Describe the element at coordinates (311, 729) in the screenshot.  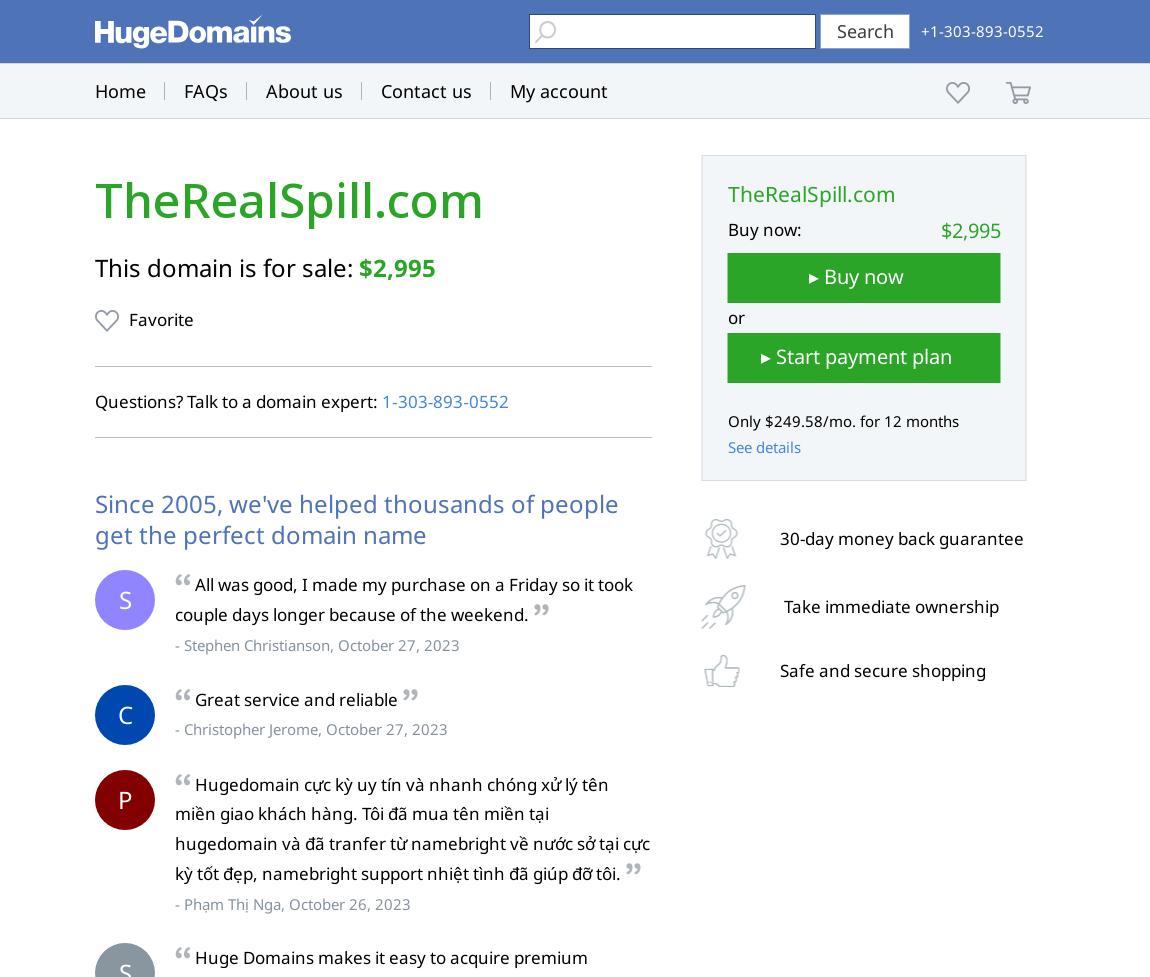
I see `'- Christopher Jerome, October 27, 2023'` at that location.